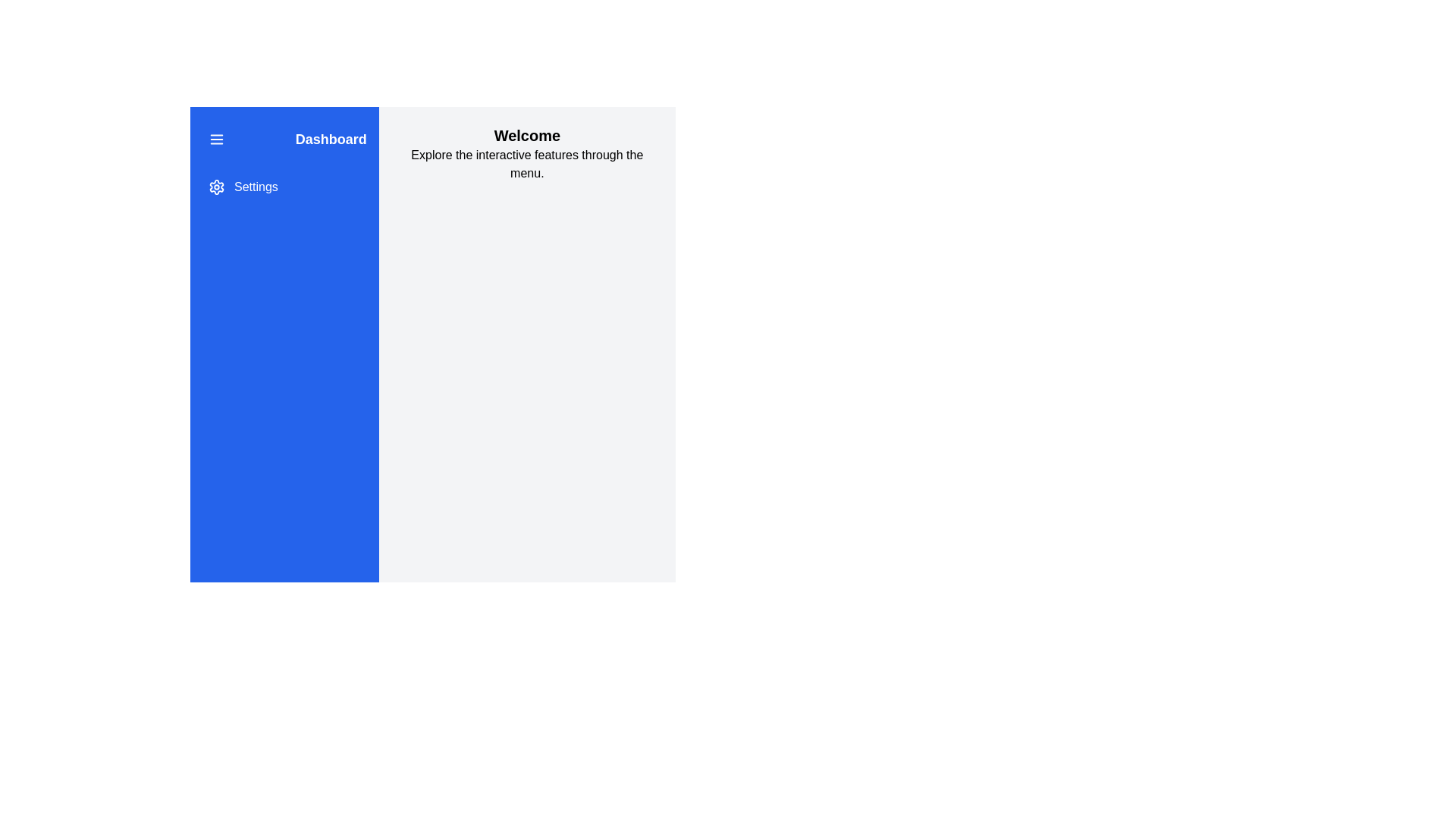  Describe the element at coordinates (216, 140) in the screenshot. I see `the menu toggle button located at the top-left corner of the control panel section` at that location.